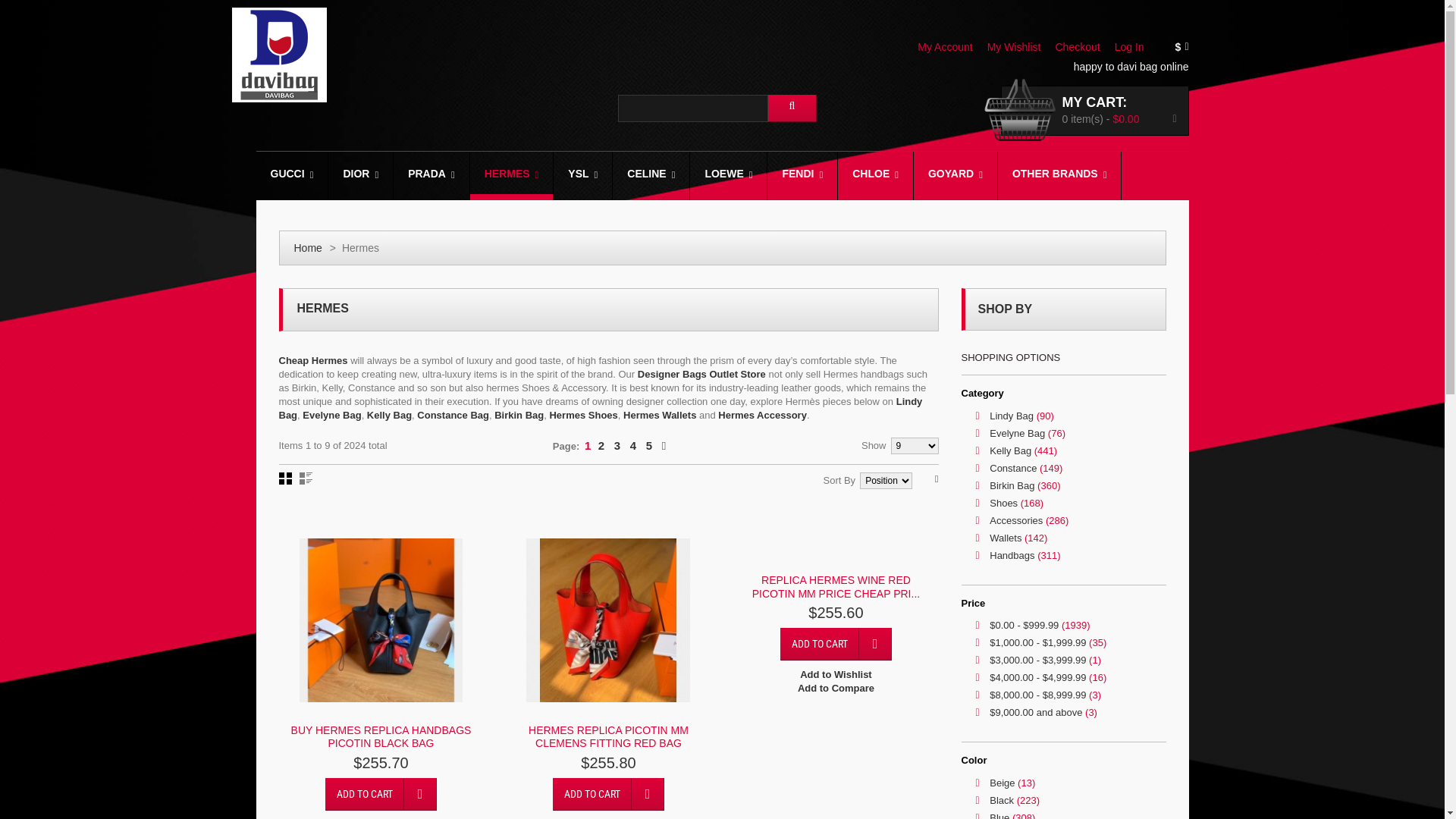 The image size is (1456, 819). Describe the element at coordinates (1134, 45) in the screenshot. I see `'Log In'` at that location.